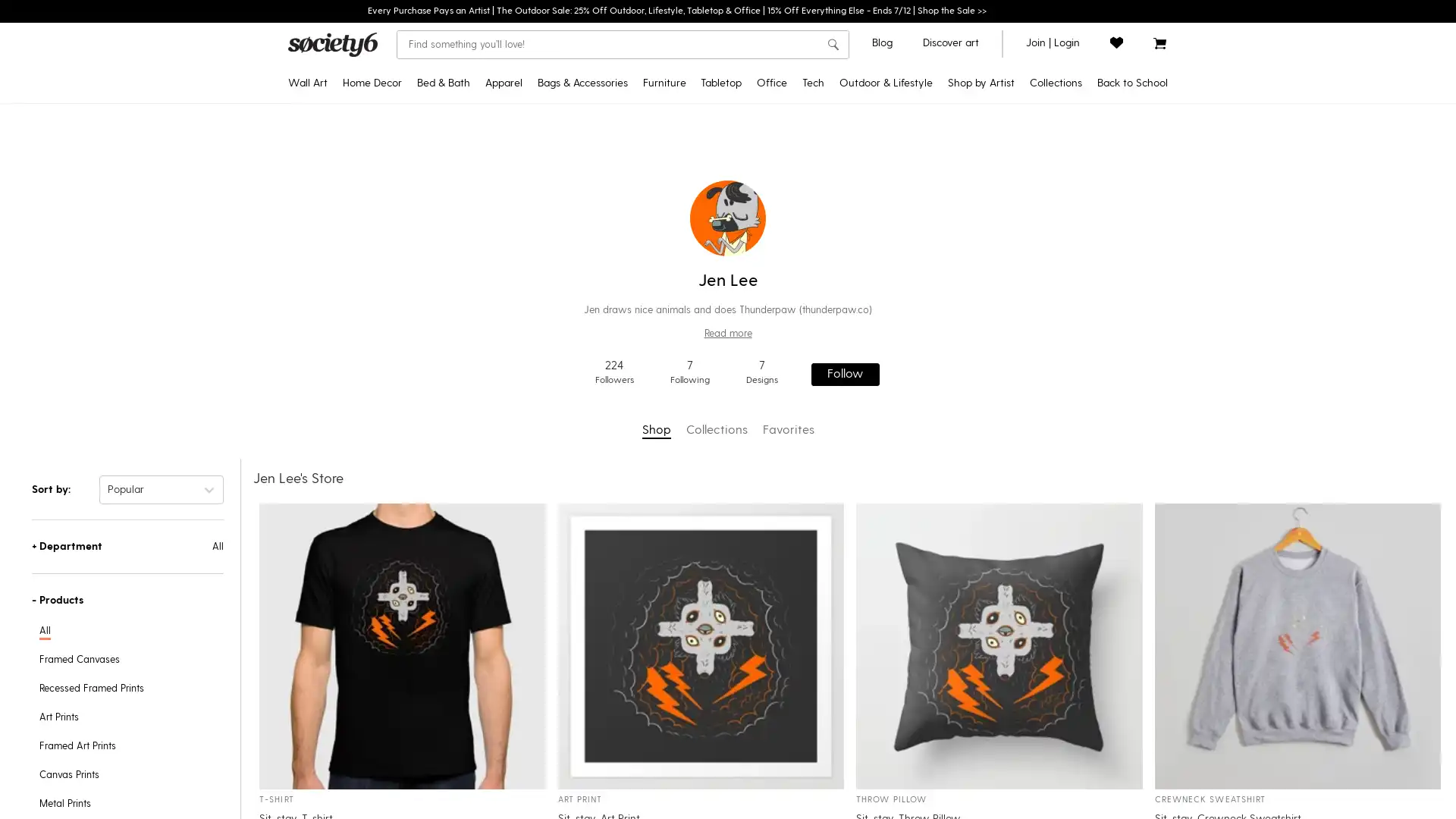 The height and width of the screenshot is (819, 1456). What do you see at coordinates (749, 315) in the screenshot?
I see `Cutting Boards` at bounding box center [749, 315].